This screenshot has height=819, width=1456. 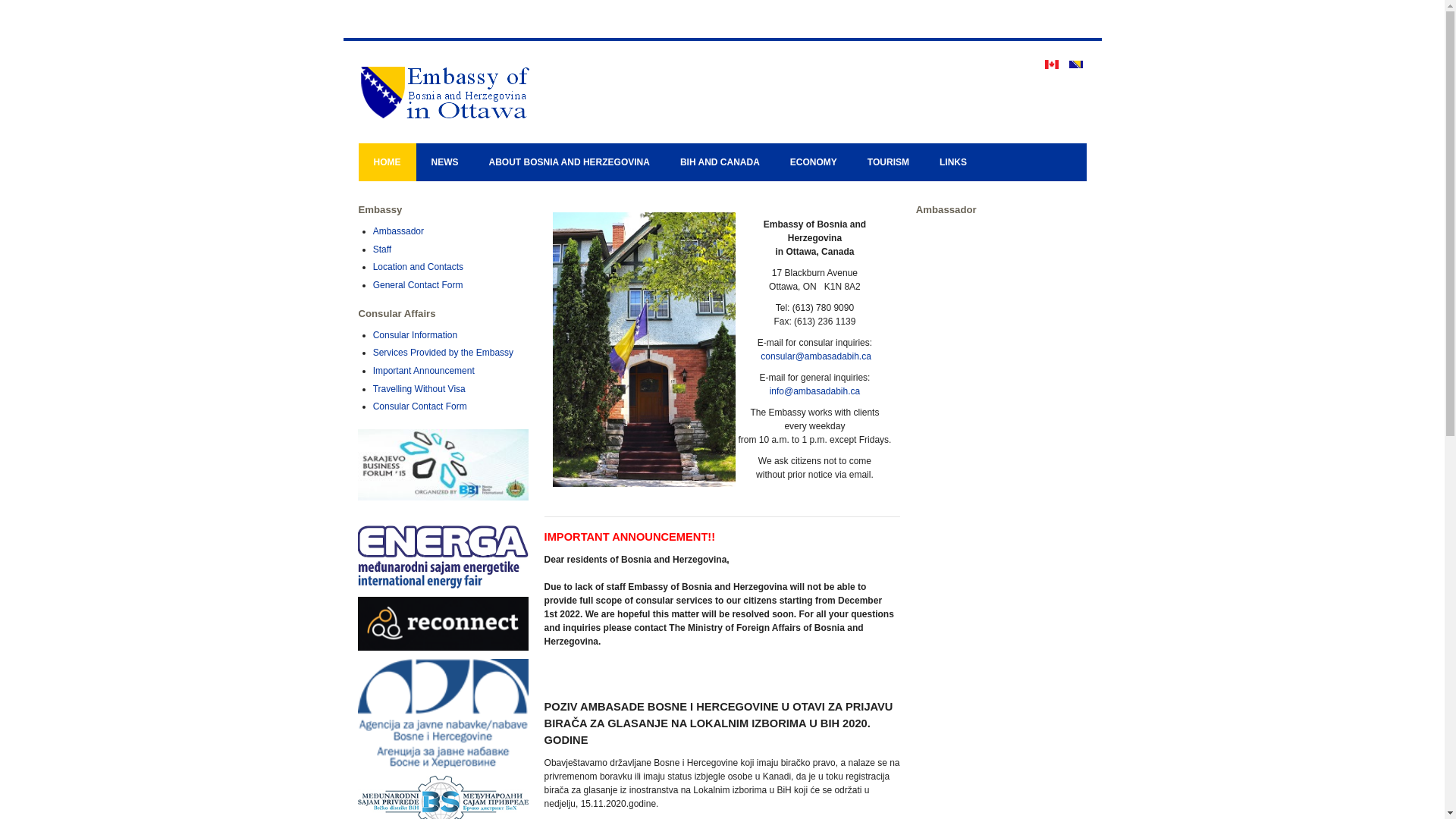 I want to click on 'Travelling Without Visa', so click(x=372, y=388).